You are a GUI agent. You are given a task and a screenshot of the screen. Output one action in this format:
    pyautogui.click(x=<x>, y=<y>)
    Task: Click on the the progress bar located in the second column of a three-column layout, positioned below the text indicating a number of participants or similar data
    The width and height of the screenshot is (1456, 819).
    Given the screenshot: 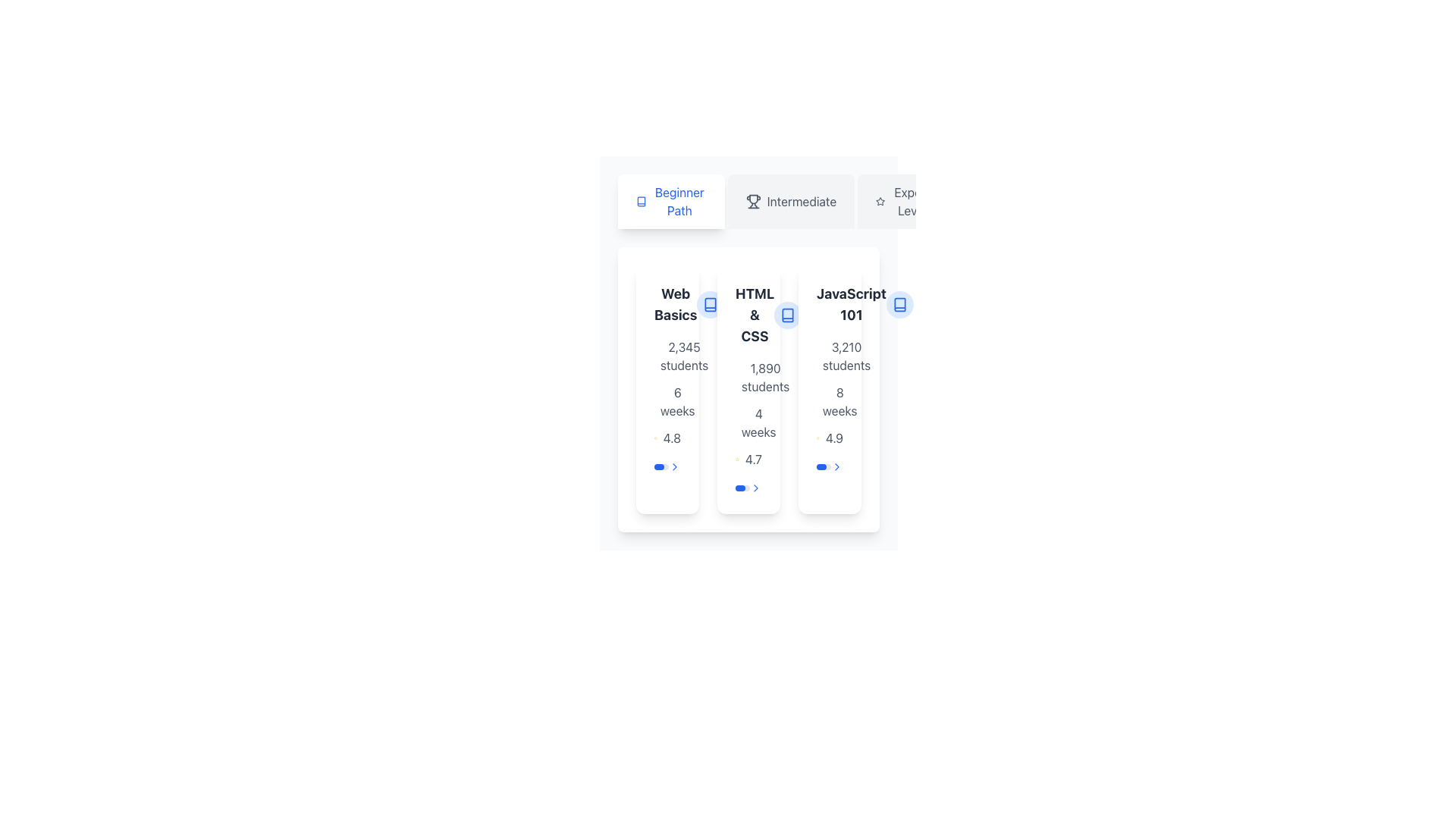 What is the action you would take?
    pyautogui.click(x=742, y=488)
    